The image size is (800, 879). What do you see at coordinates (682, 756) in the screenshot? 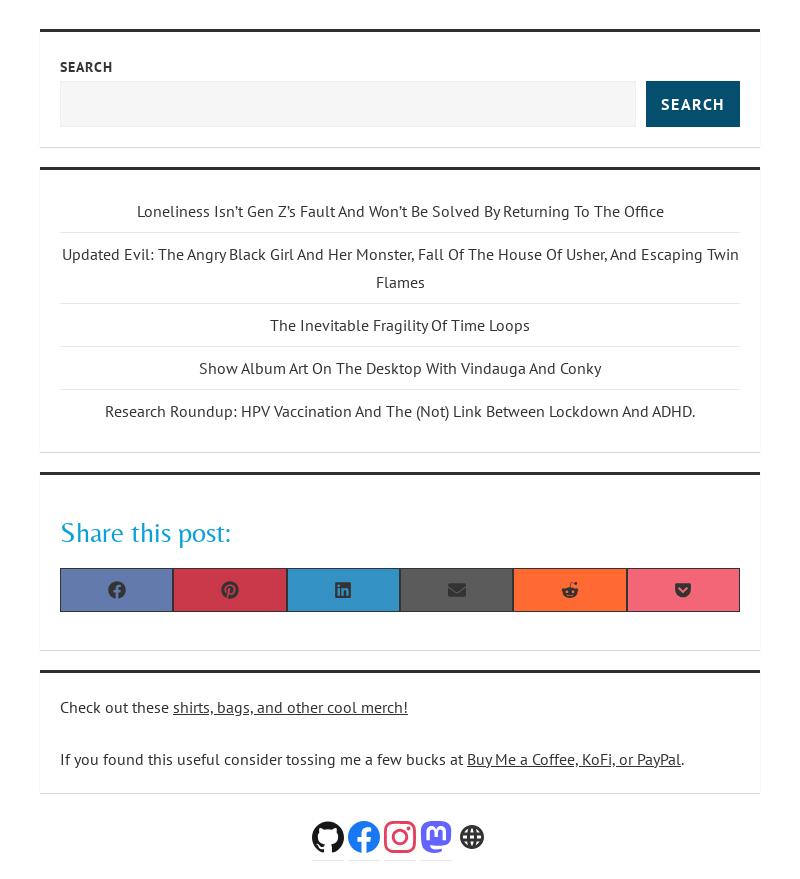
I see `'.'` at bounding box center [682, 756].